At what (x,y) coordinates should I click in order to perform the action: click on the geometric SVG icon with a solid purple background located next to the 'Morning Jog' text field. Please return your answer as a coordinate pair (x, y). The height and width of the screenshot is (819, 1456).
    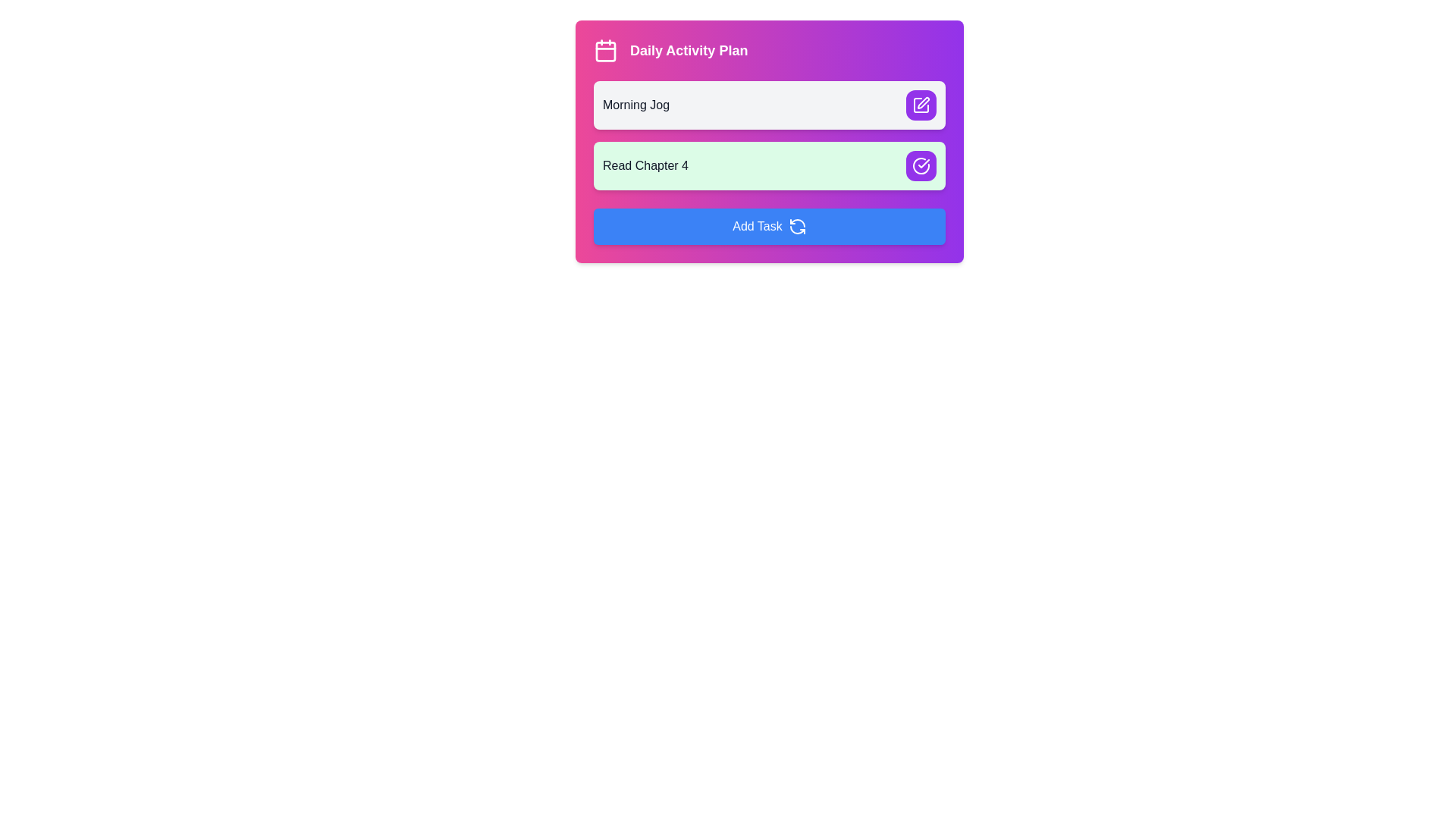
    Looking at the image, I should click on (920, 104).